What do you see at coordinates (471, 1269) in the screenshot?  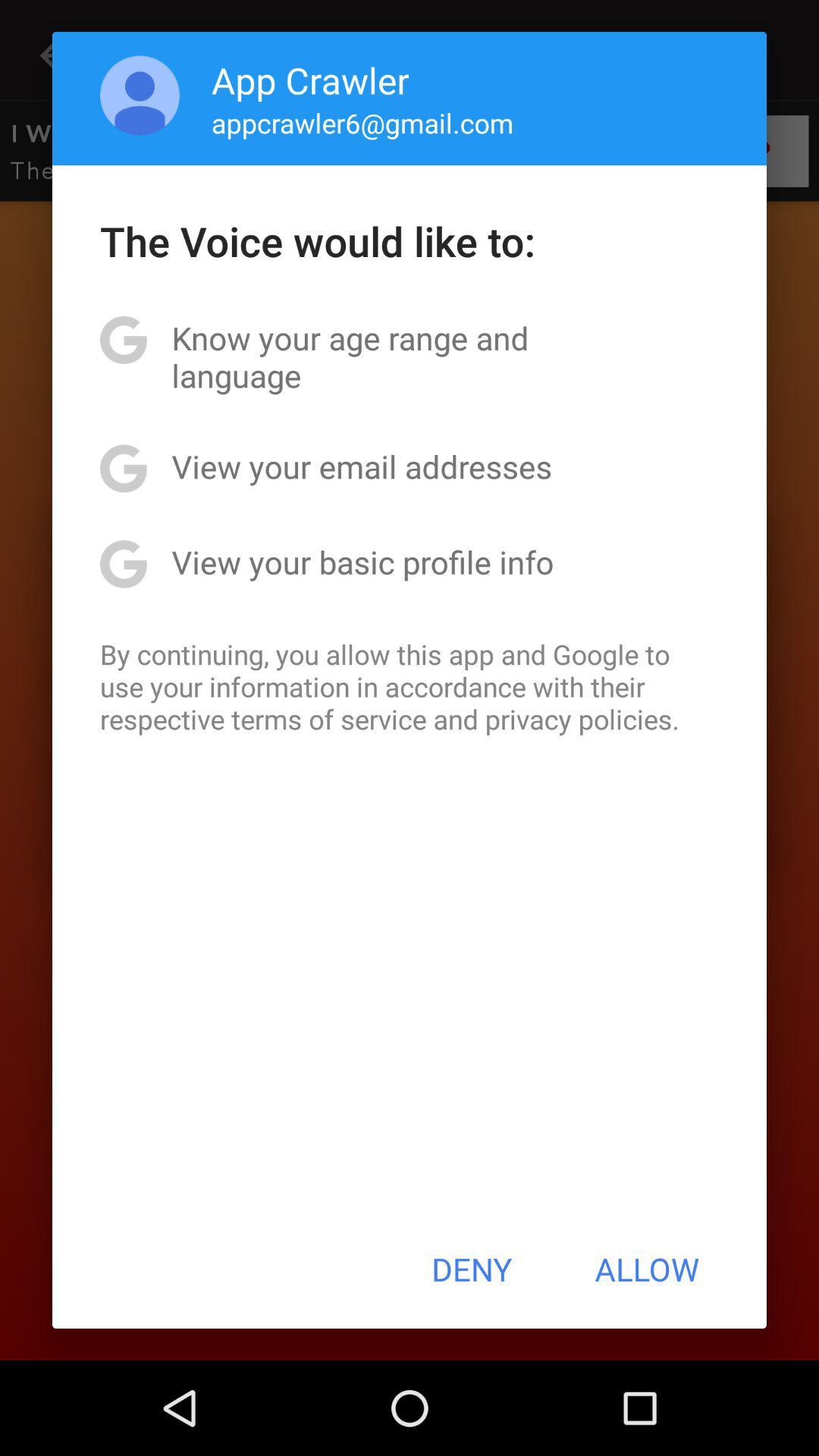 I see `deny button` at bounding box center [471, 1269].